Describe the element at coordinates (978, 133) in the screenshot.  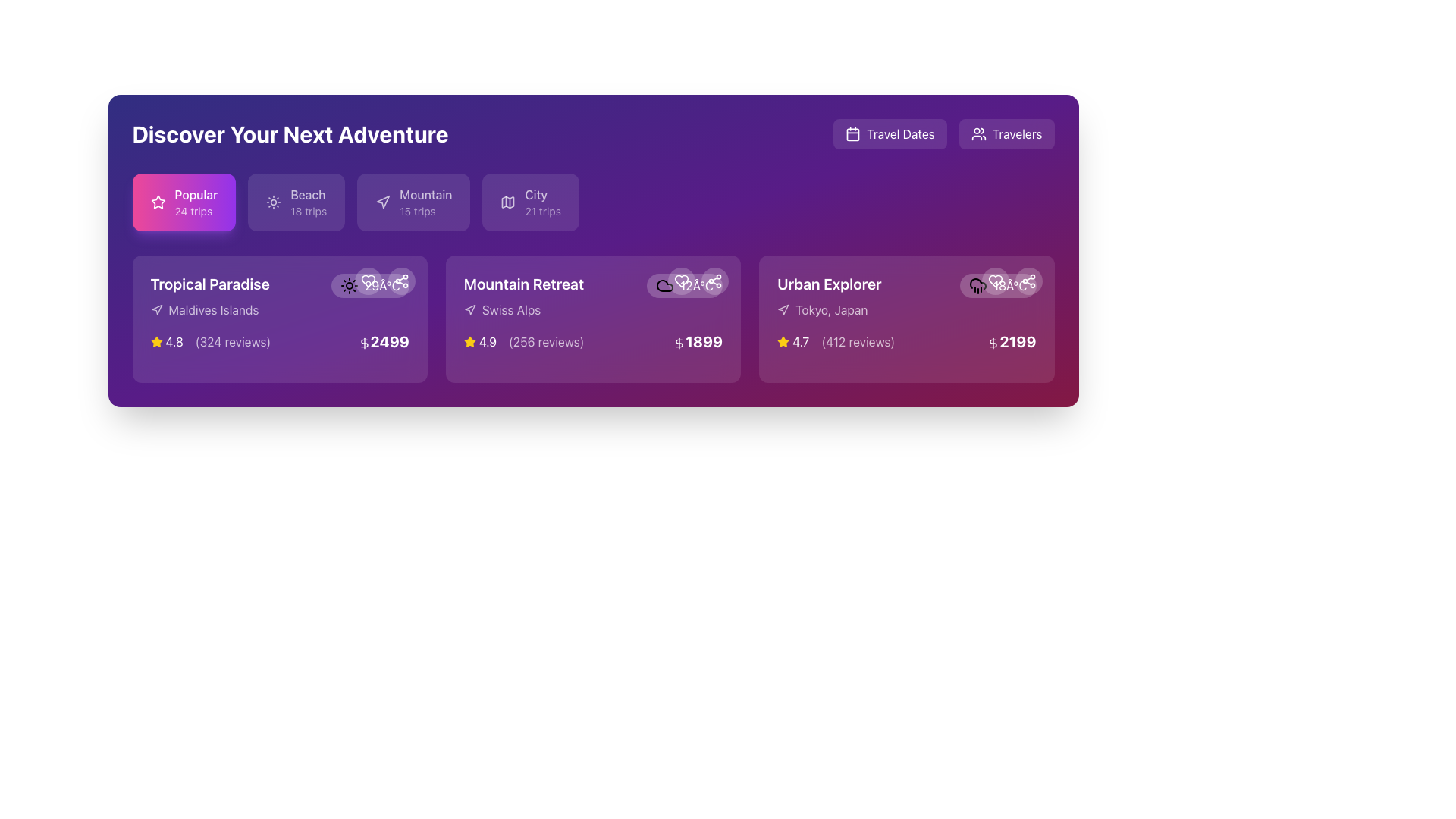
I see `the 'Travelers' icon located at the top-right corner of the interface, adjacent to the 'Travel Dates' button` at that location.